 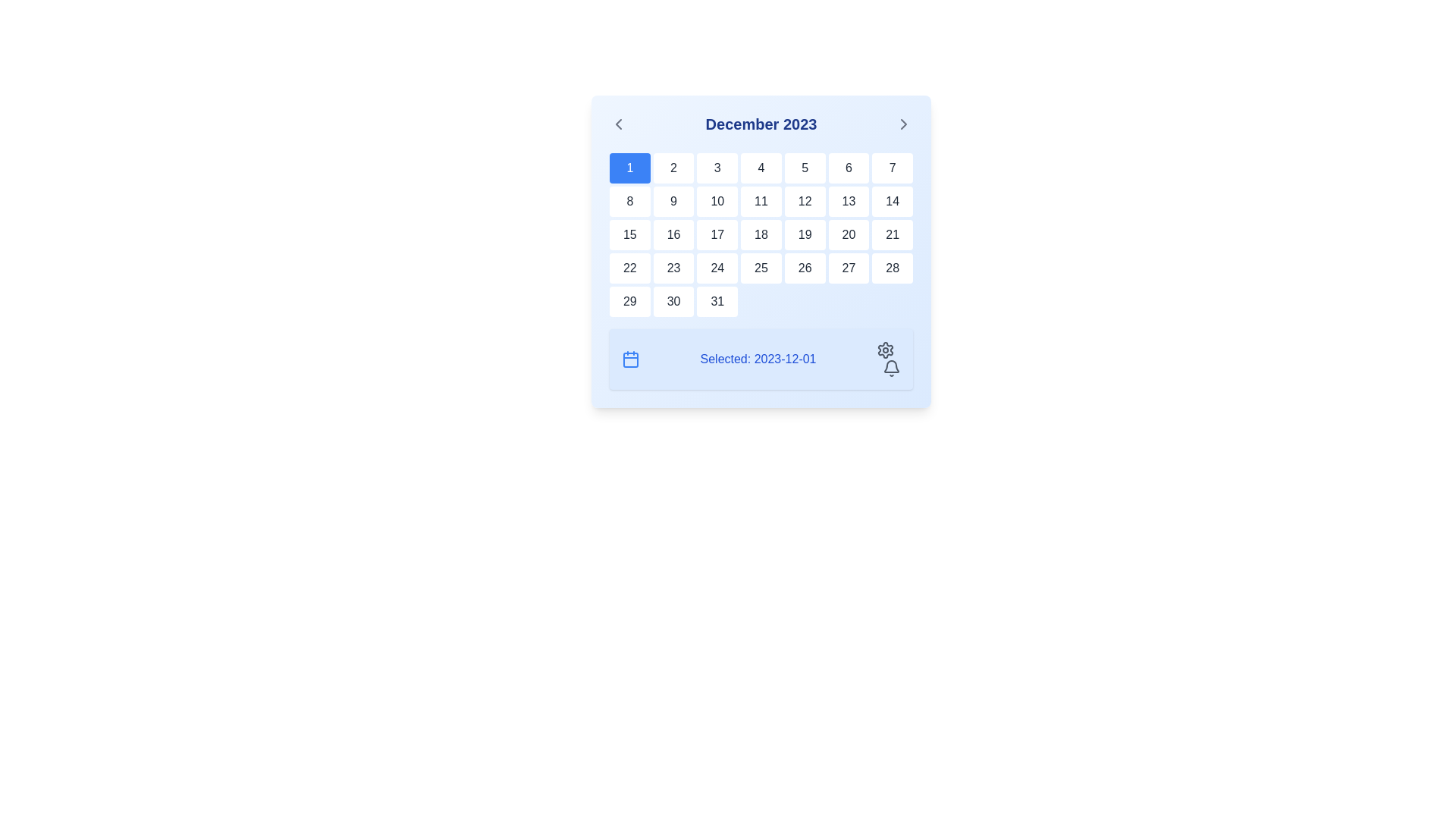 What do you see at coordinates (629, 168) in the screenshot?
I see `the date cell representing '1' in the December 2023 calendar, located at the top left corner of the grid` at bounding box center [629, 168].